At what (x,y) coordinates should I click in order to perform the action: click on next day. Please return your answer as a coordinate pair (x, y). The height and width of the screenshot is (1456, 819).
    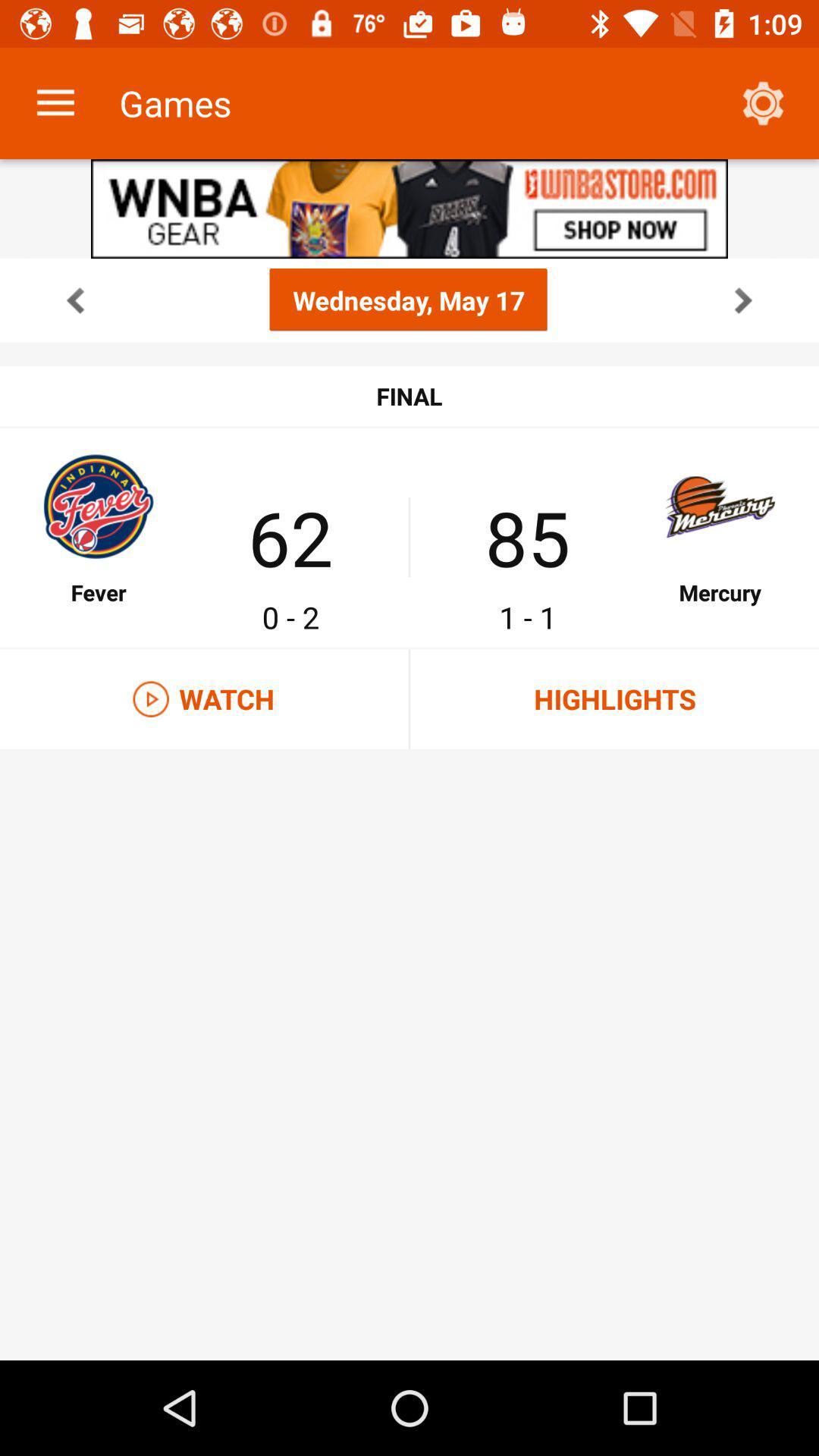
    Looking at the image, I should click on (742, 300).